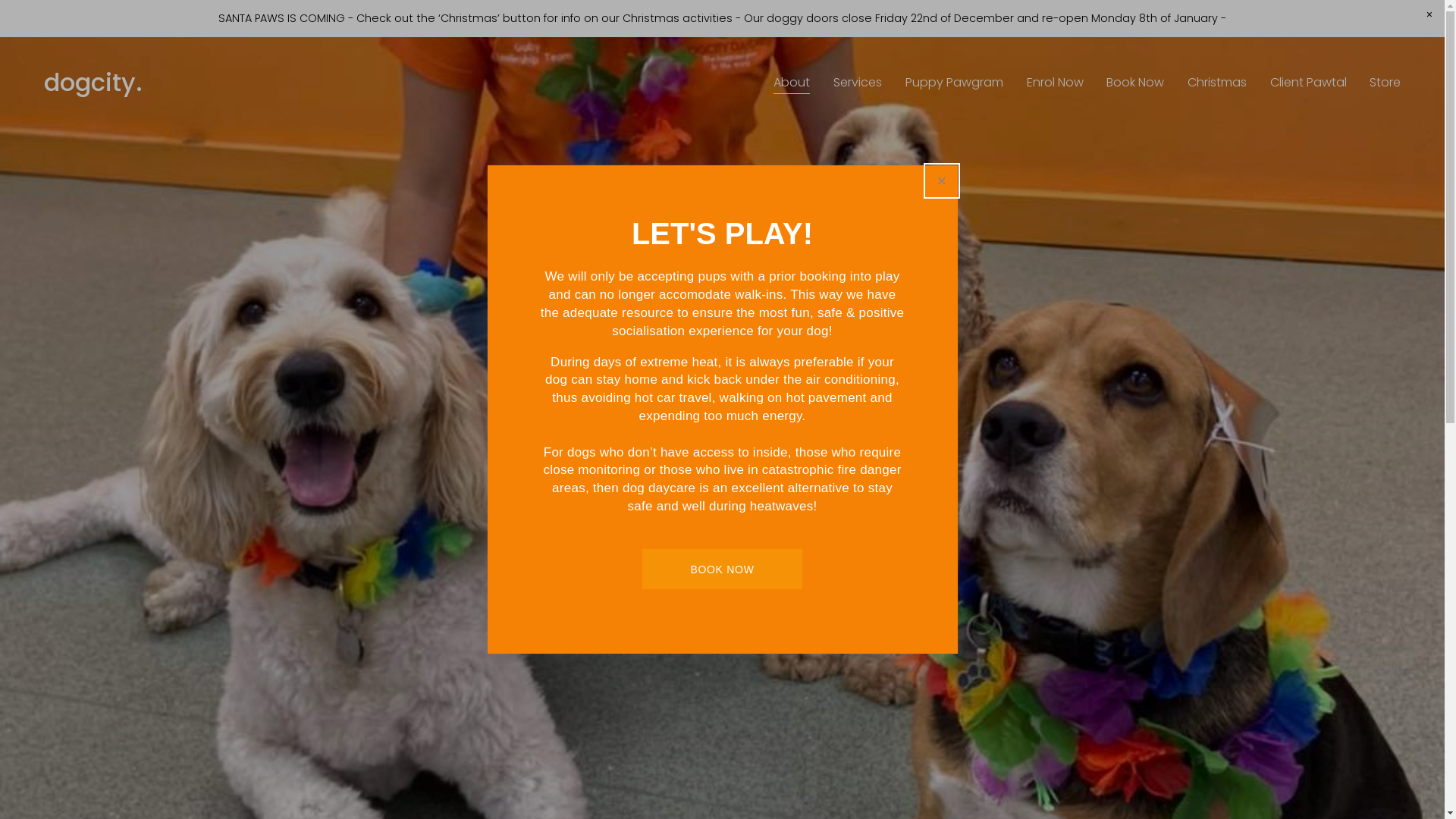 The height and width of the screenshot is (819, 1456). Describe the element at coordinates (1054, 83) in the screenshot. I see `'Enrol Now'` at that location.